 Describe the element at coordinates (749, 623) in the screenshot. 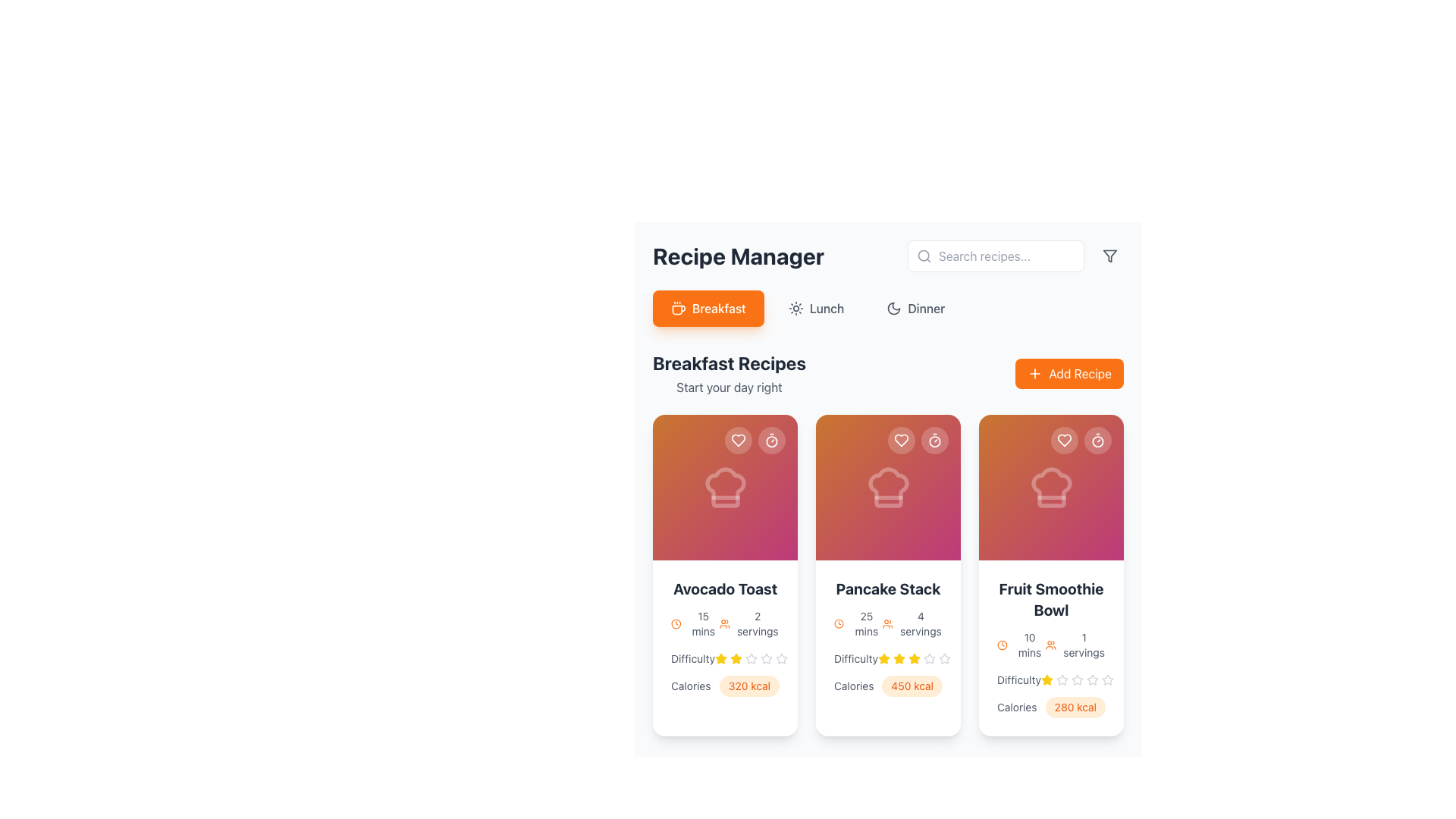

I see `the text and icon pair displaying '2 servings' with an orange outlined user icon, located in the Breakfast Recipes section of the Avocado Toast card` at that location.